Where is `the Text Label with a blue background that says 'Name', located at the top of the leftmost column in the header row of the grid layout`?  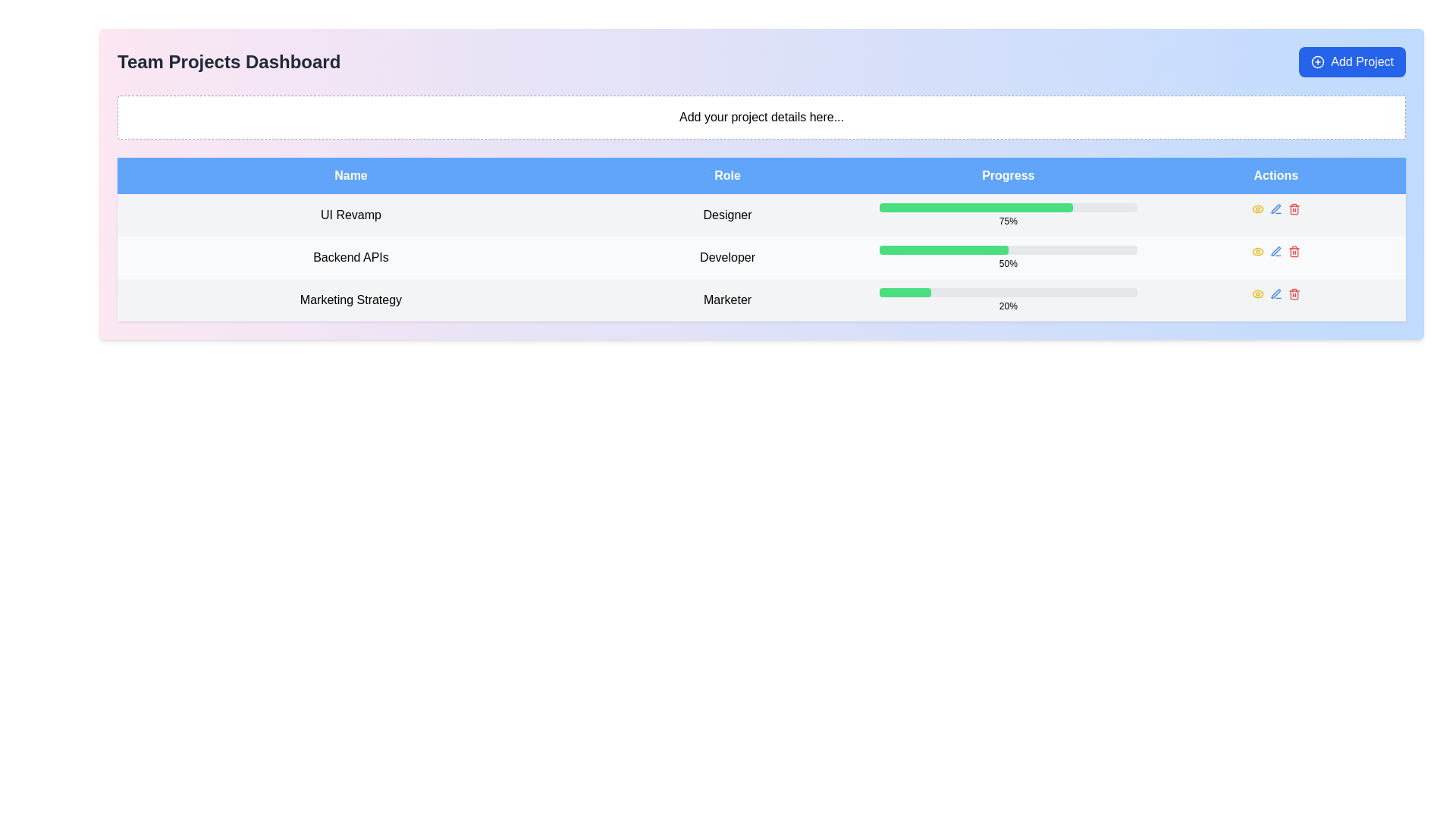
the Text Label with a blue background that says 'Name', located at the top of the leftmost column in the header row of the grid layout is located at coordinates (350, 174).